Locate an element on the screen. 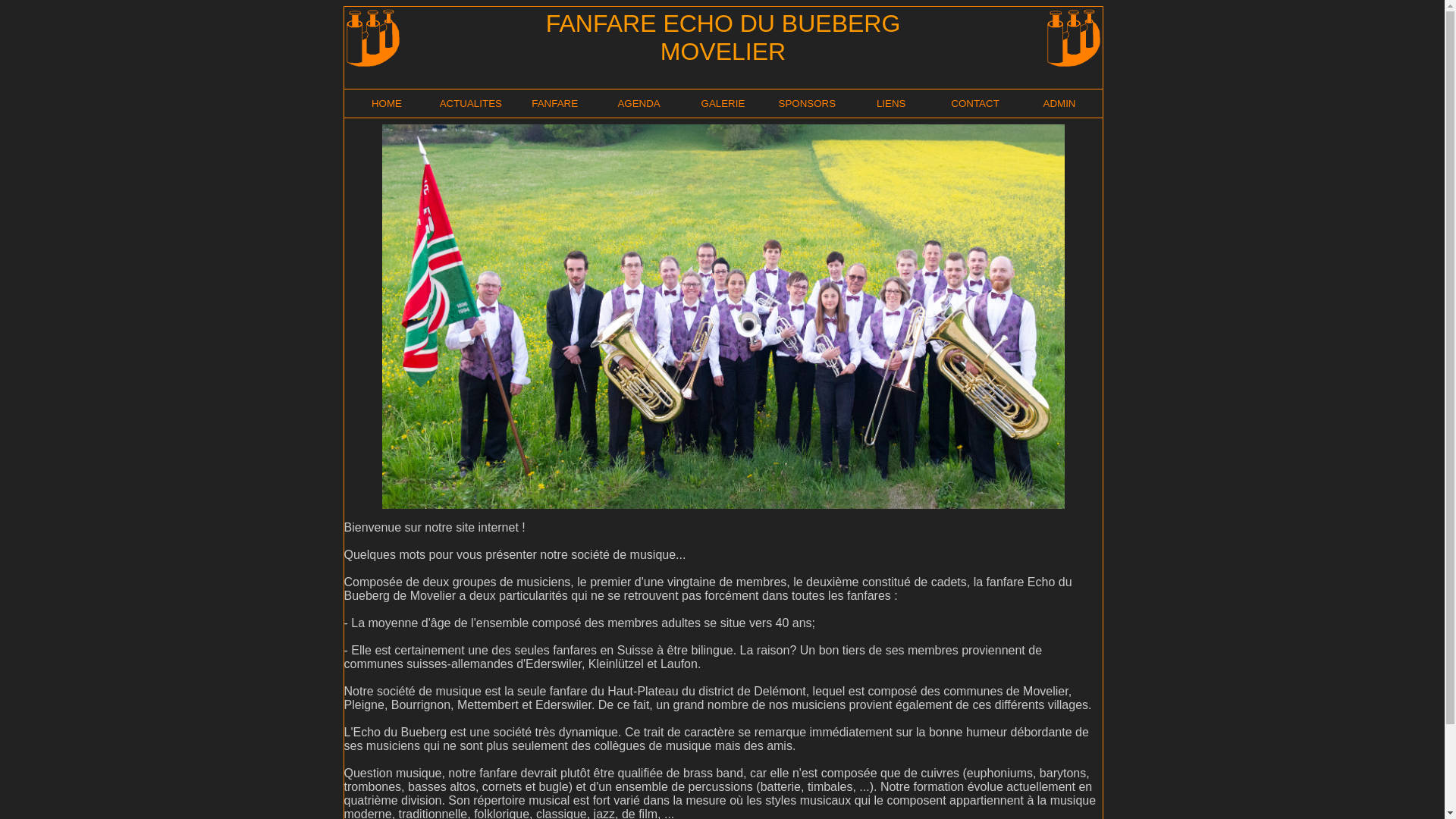 The height and width of the screenshot is (819, 1456). 'ACTUALITES' is located at coordinates (439, 102).